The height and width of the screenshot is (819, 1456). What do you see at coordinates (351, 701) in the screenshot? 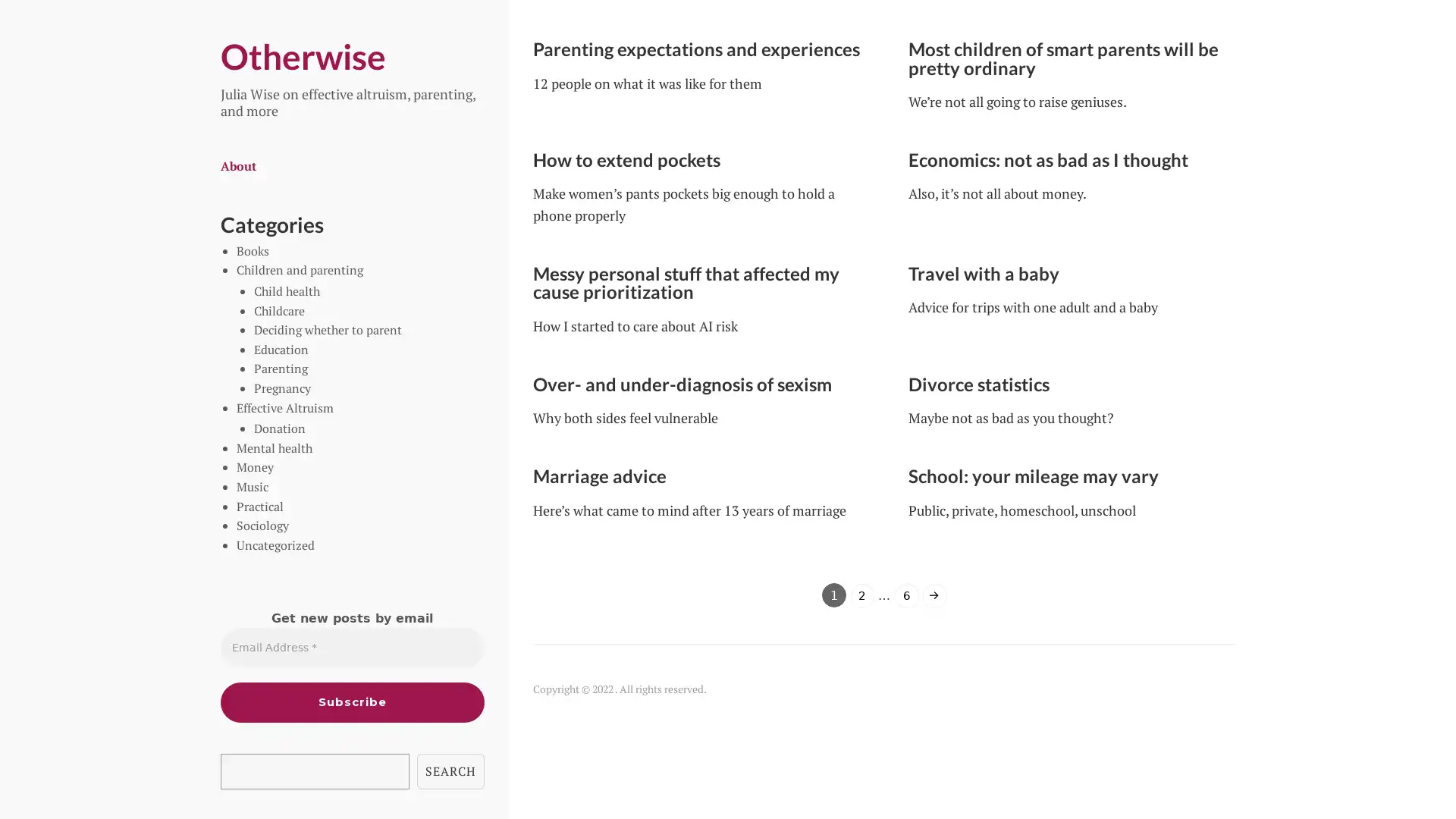
I see `Subscribe` at bounding box center [351, 701].